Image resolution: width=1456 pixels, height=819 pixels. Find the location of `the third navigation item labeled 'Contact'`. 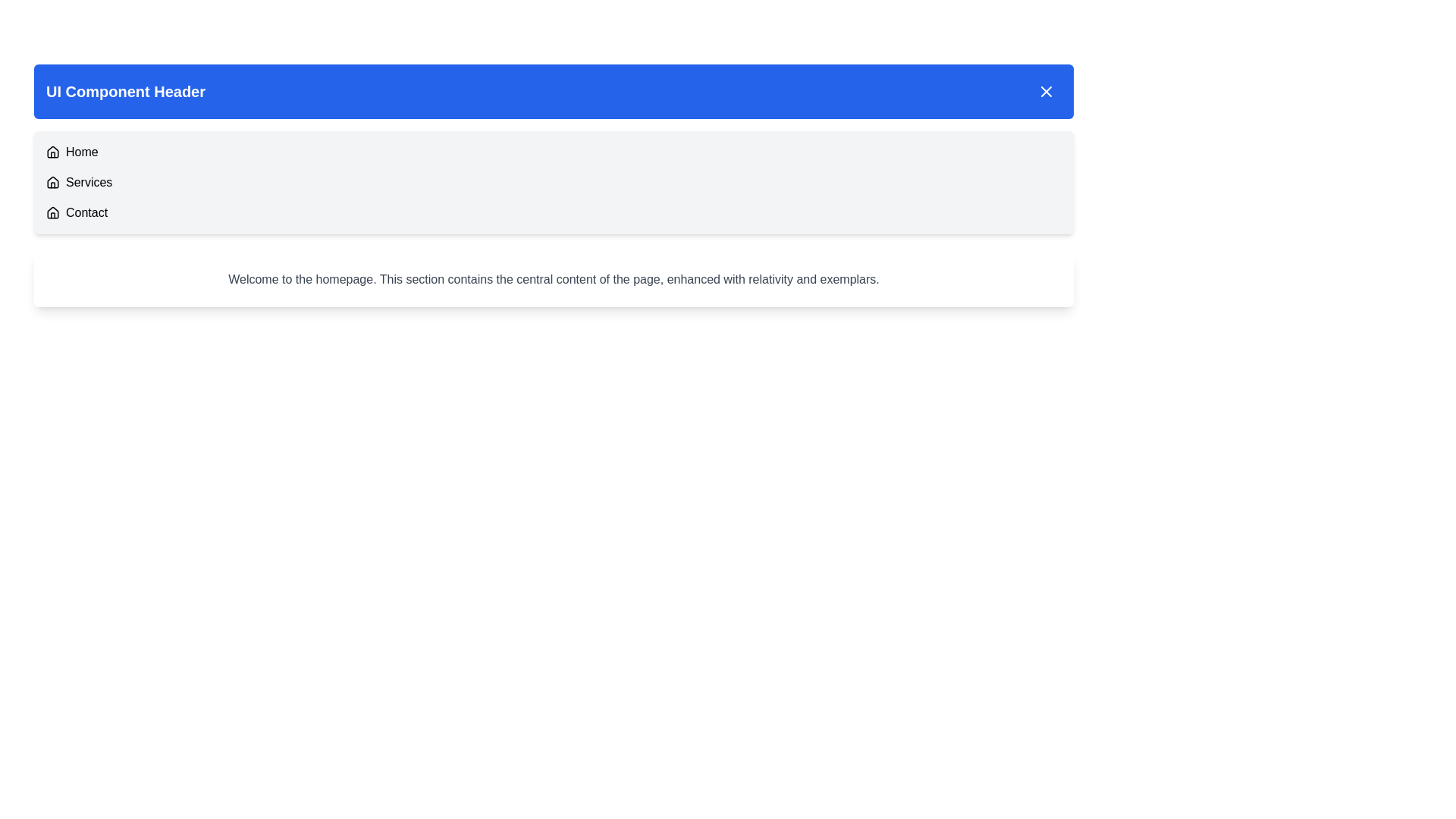

the third navigation item labeled 'Contact' is located at coordinates (553, 213).